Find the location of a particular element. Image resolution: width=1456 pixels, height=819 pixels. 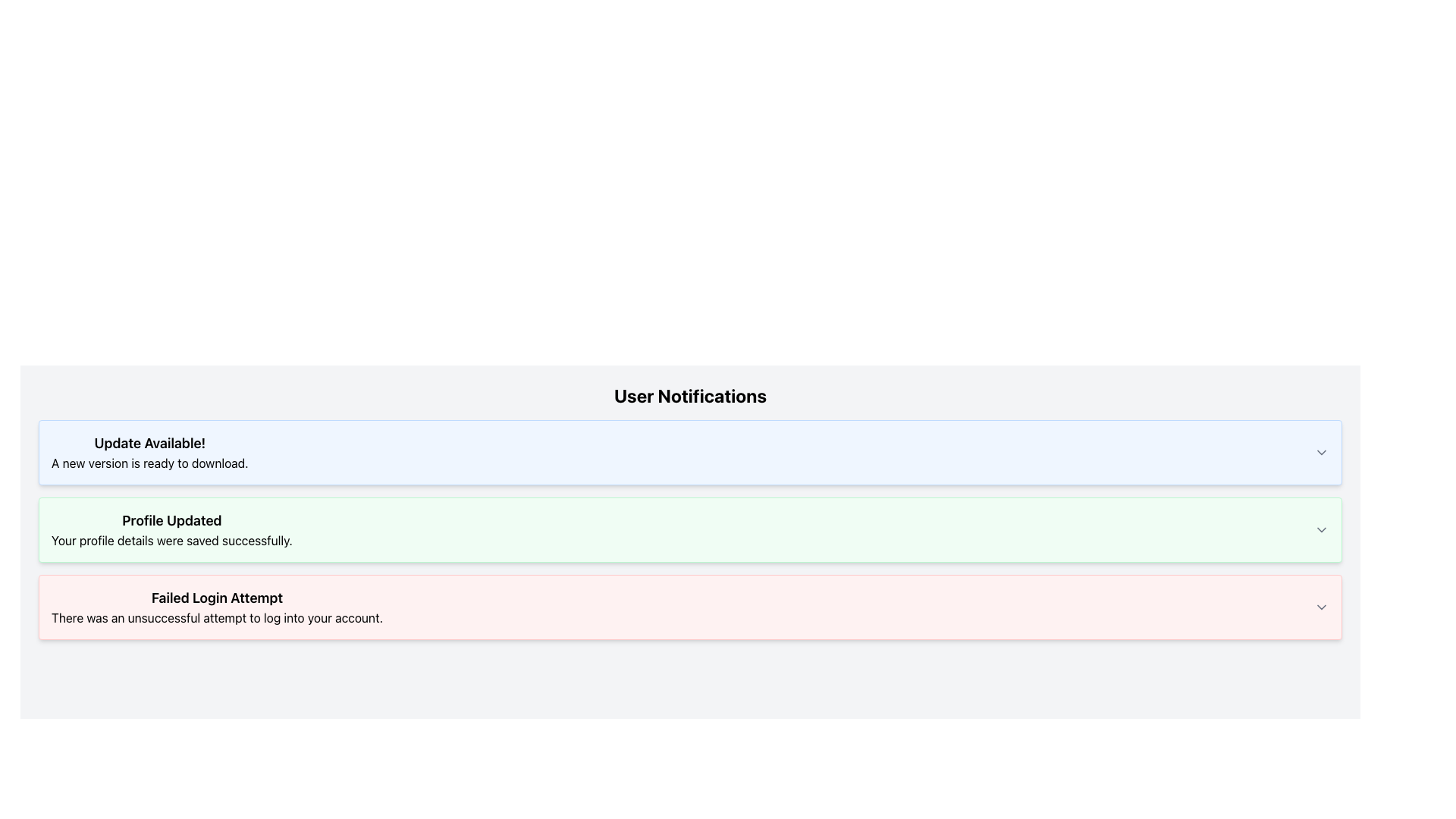

the Dropdown toggle icon, which is a small gray chevron-shaped icon resembling a downward-pointing arrow, located at the far right of the 'Update Available! A new version is ready to download.' notification panel is located at coordinates (1320, 452).